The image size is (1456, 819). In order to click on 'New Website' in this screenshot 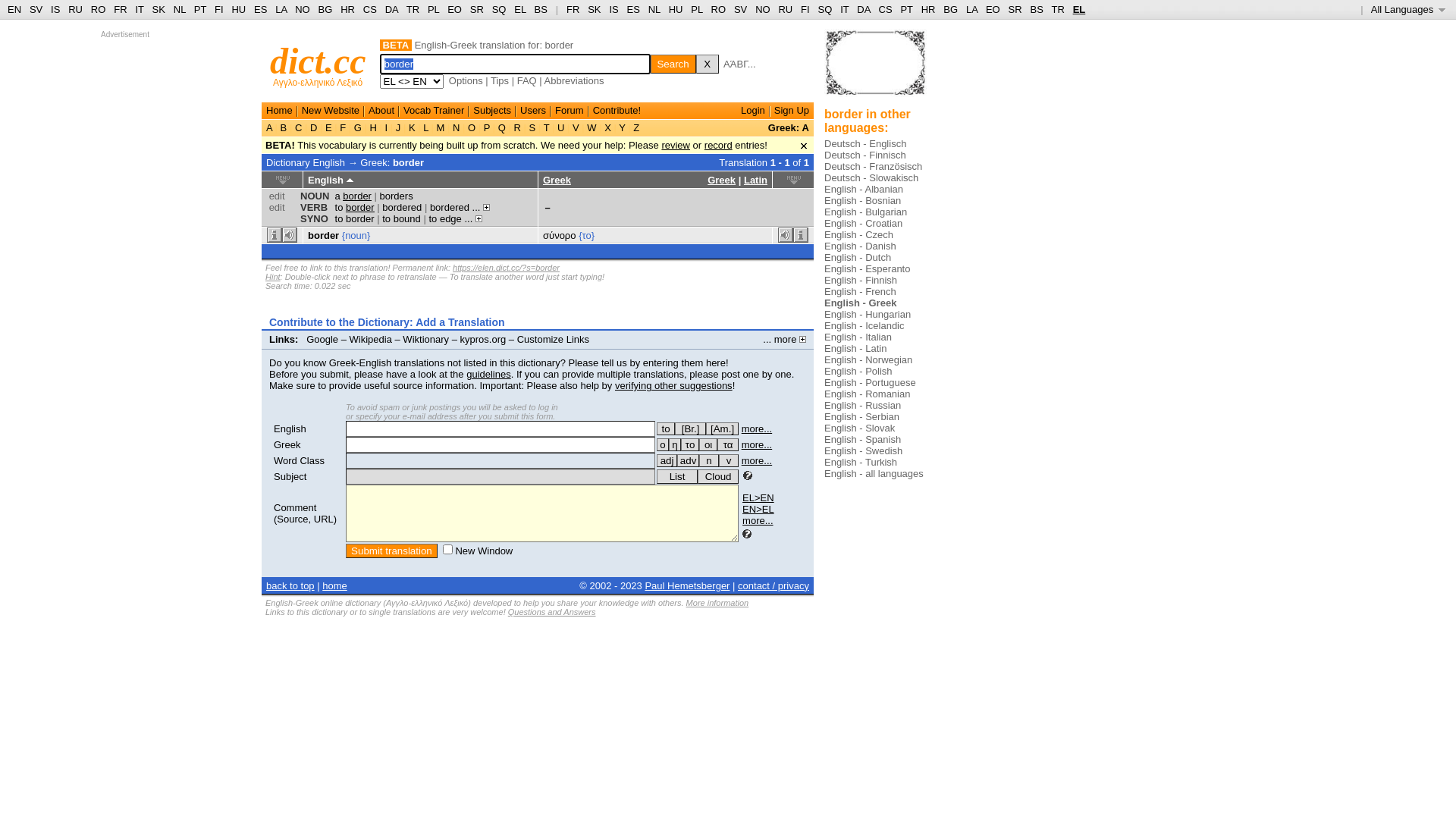, I will do `click(330, 109)`.